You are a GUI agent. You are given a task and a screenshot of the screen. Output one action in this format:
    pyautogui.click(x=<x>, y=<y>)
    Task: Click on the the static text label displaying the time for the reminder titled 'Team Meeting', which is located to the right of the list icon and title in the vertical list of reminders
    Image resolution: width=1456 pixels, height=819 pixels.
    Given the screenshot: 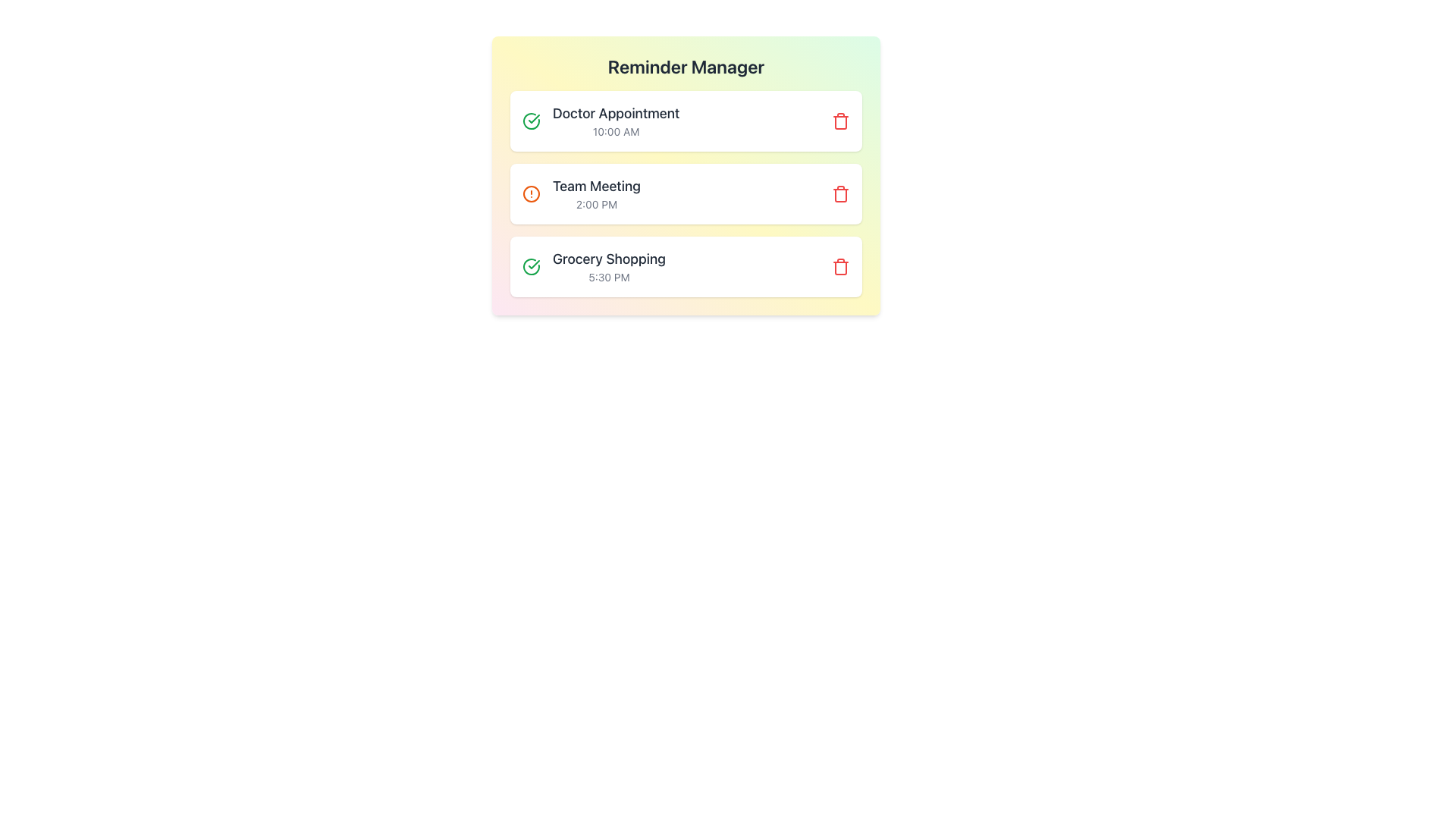 What is the action you would take?
    pyautogui.click(x=596, y=205)
    